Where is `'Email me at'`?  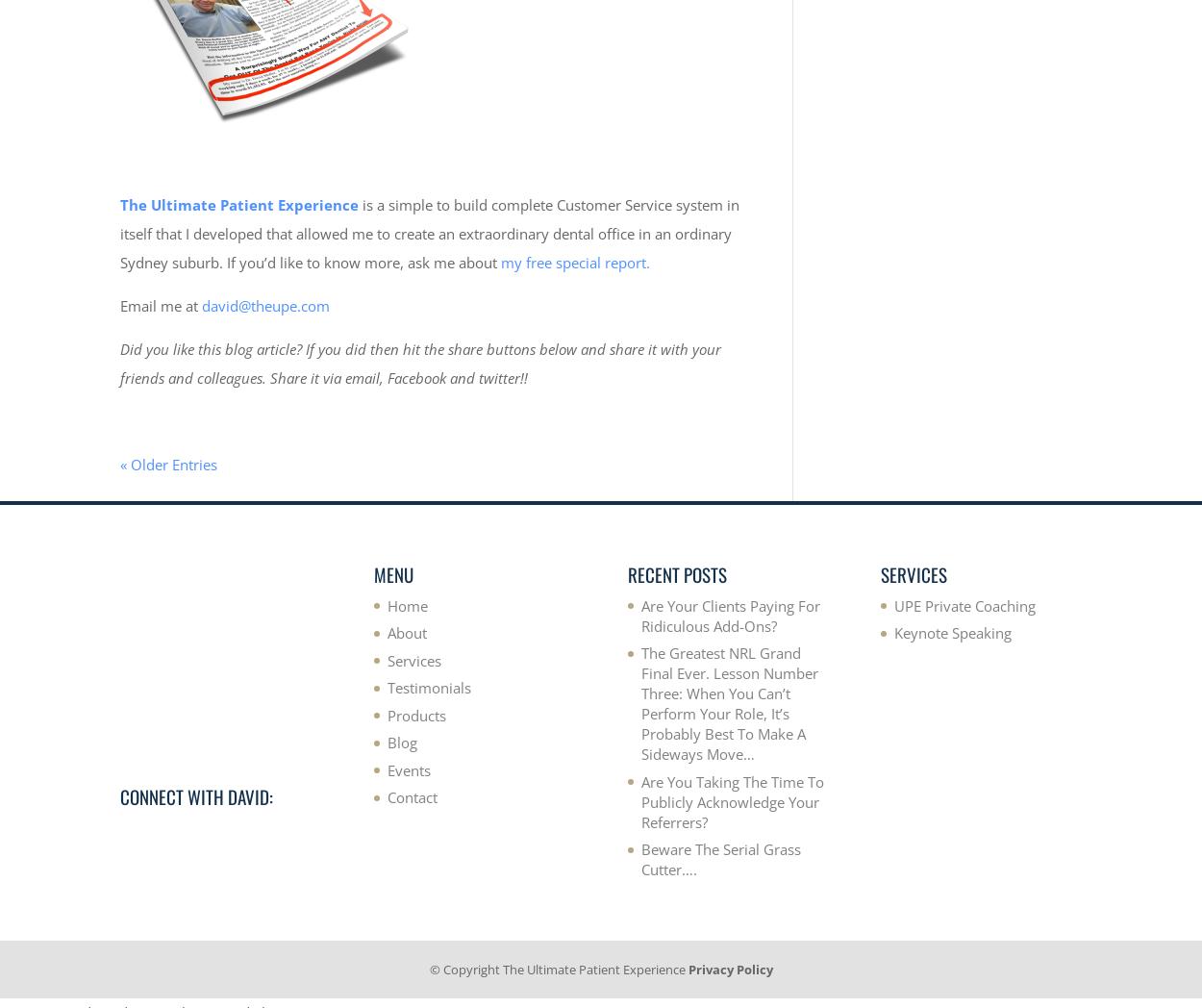
'Email me at' is located at coordinates (161, 305).